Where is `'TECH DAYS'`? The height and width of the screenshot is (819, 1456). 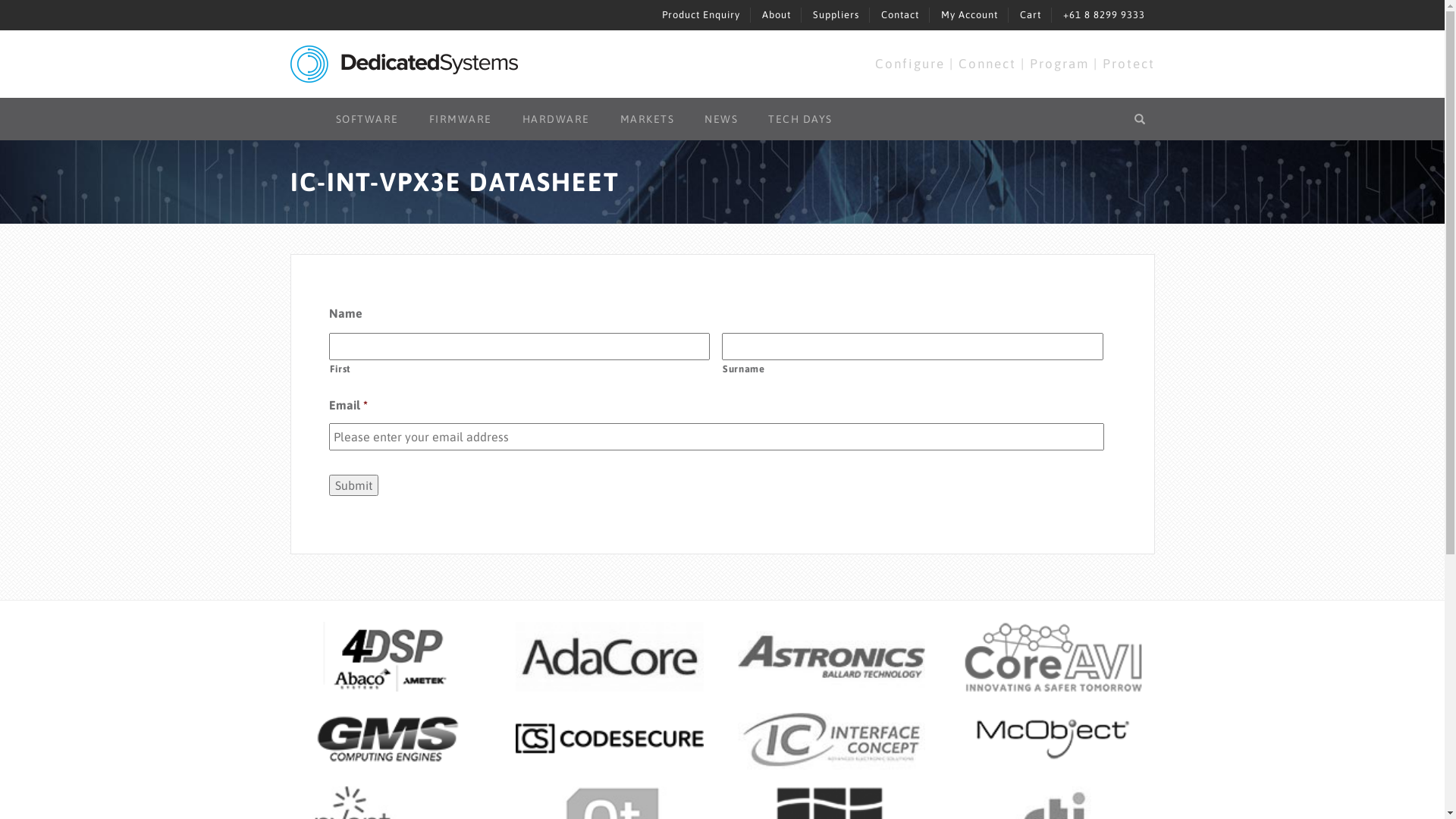
'TECH DAYS' is located at coordinates (799, 118).